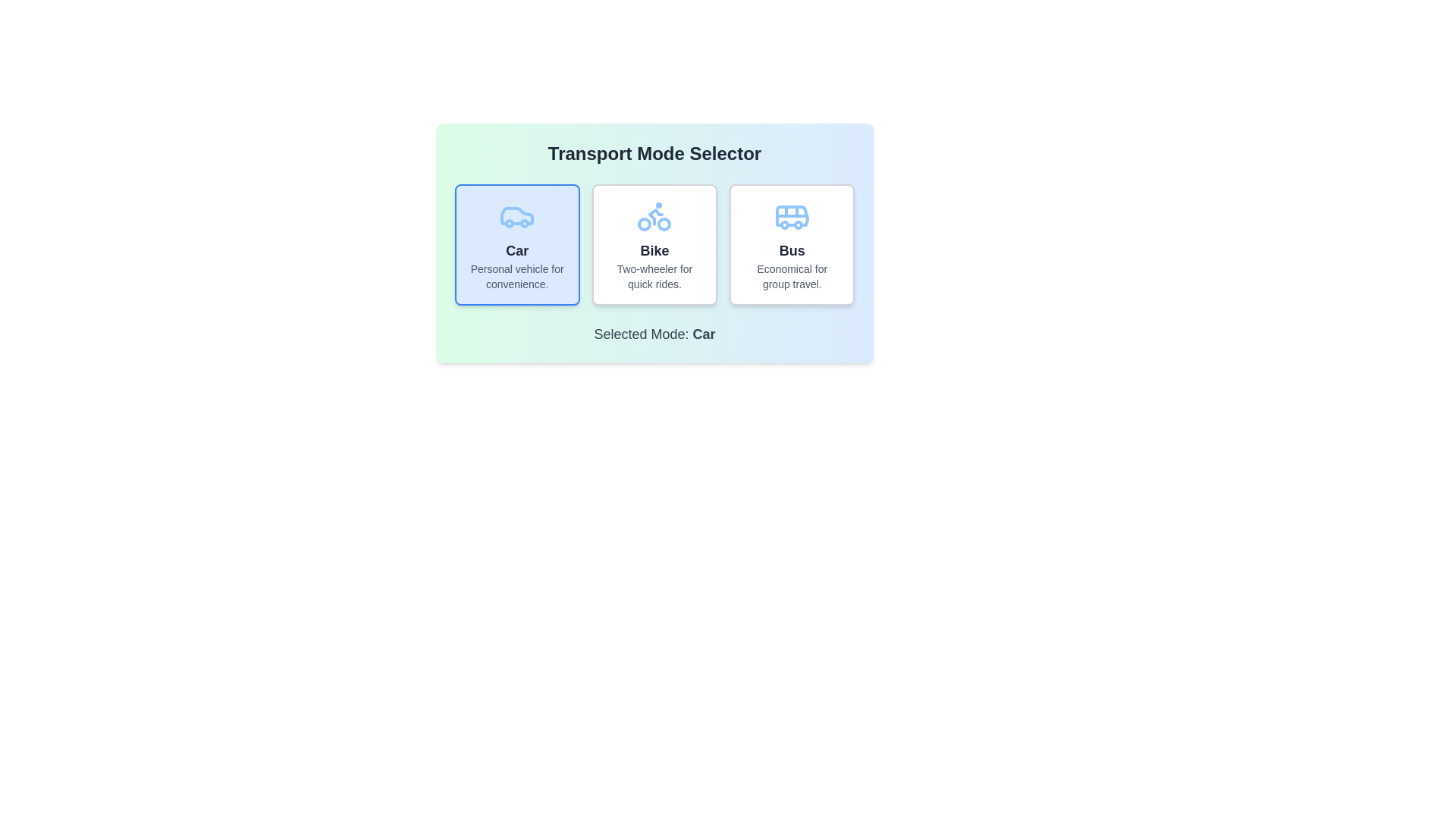 The width and height of the screenshot is (1456, 819). I want to click on the text label that provides information about the affordability of the bus option, located beneath the bold 'Bus' text in the same card, so click(791, 277).